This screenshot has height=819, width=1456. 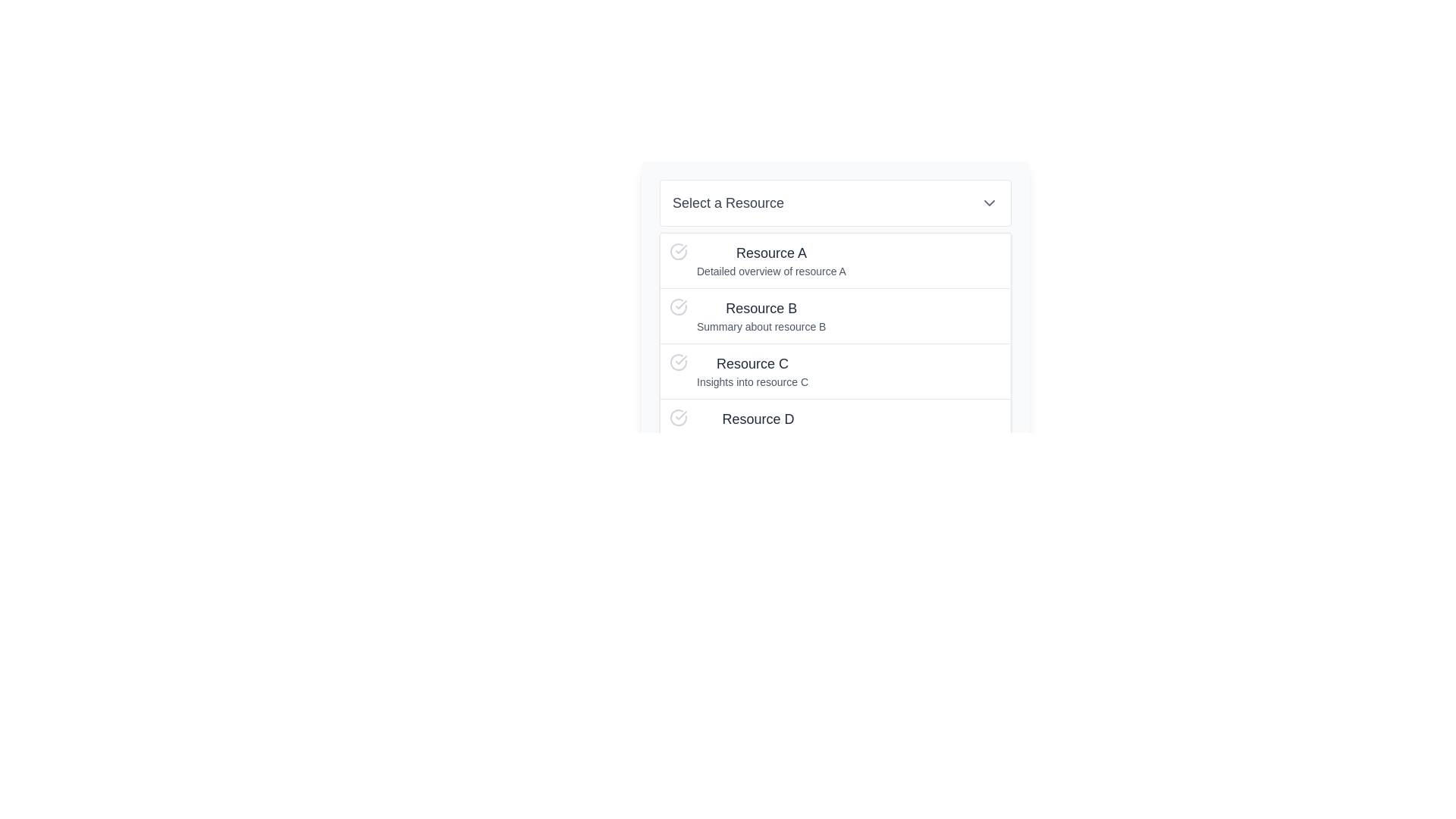 What do you see at coordinates (761, 308) in the screenshot?
I see `the text label 'Resource B', which is styled in a larger bold font and dark gray, positioned as the title above the summary text in the list-like structure` at bounding box center [761, 308].